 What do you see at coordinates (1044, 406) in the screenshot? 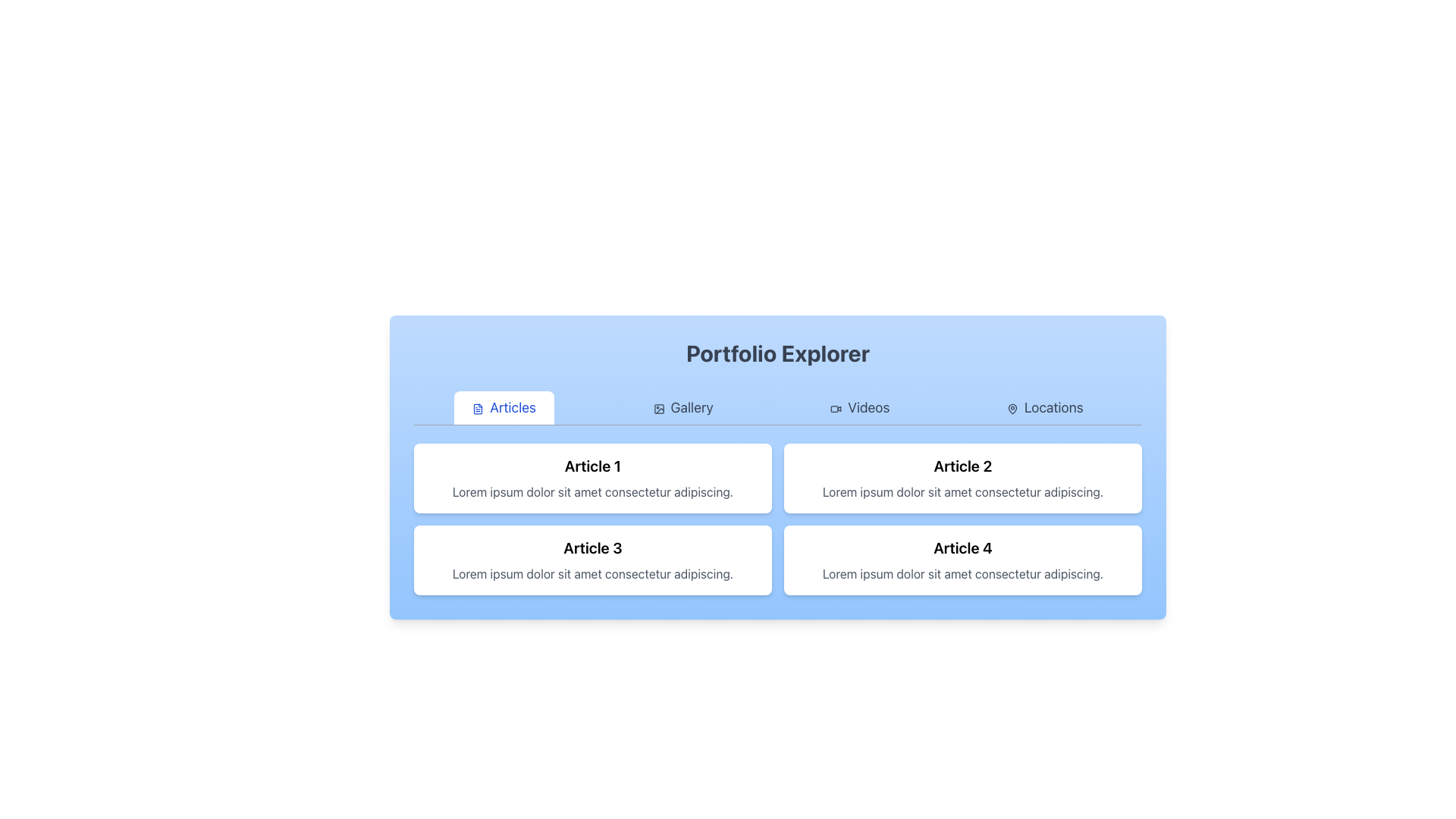
I see `the 'Locations' button in the top-right corner of the navigation bar to change its color from gray to blue` at bounding box center [1044, 406].